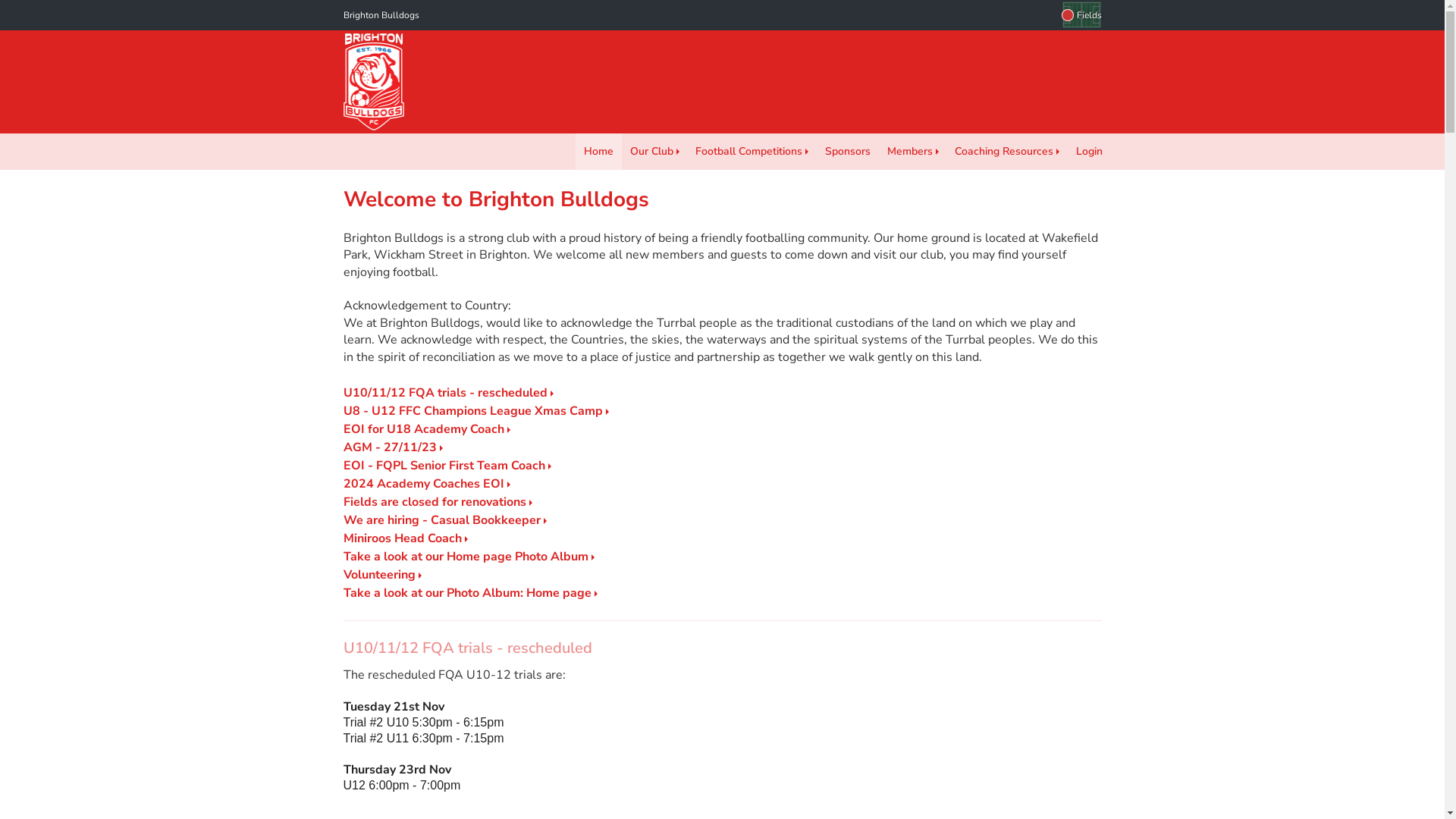  I want to click on 'AGM - 27/11/23', so click(392, 447).